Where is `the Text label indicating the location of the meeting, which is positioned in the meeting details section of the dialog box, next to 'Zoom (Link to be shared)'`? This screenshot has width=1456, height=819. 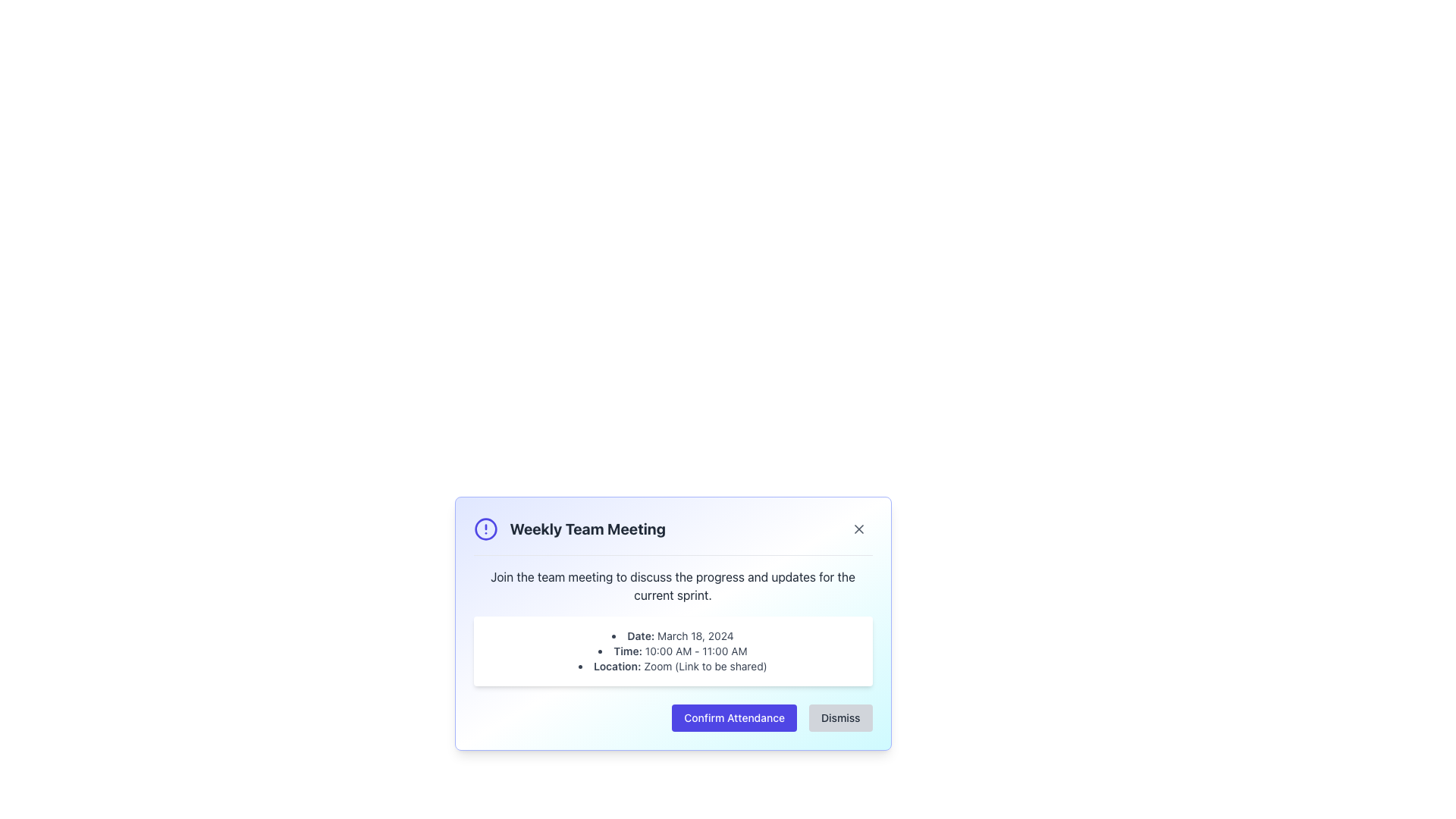 the Text label indicating the location of the meeting, which is positioned in the meeting details section of the dialog box, next to 'Zoom (Link to be shared)' is located at coordinates (617, 665).